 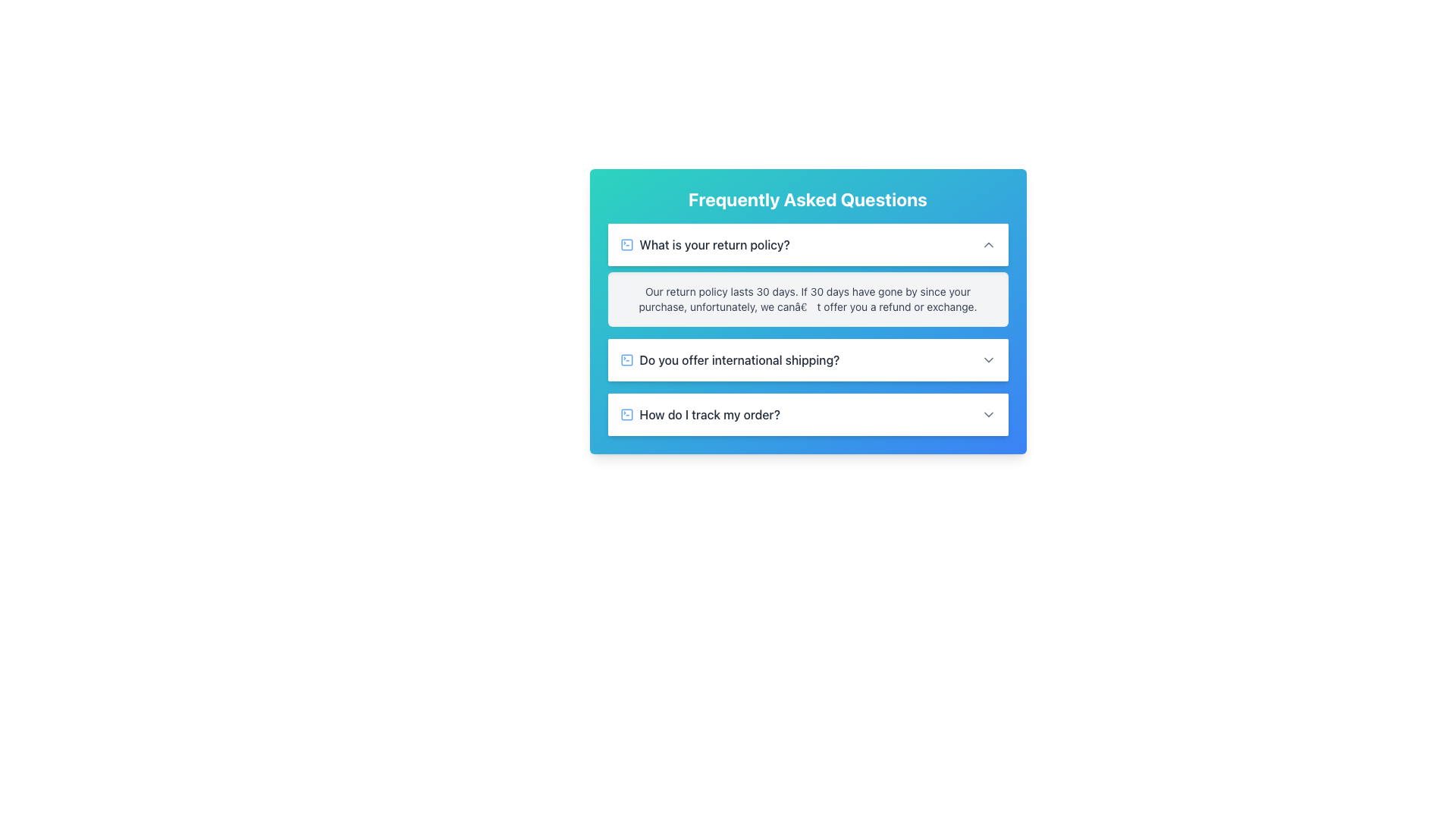 I want to click on the downward-pointing gray arrow icon located in the center-right section of the 'Do you offer international shipping?' list item, so click(x=988, y=359).